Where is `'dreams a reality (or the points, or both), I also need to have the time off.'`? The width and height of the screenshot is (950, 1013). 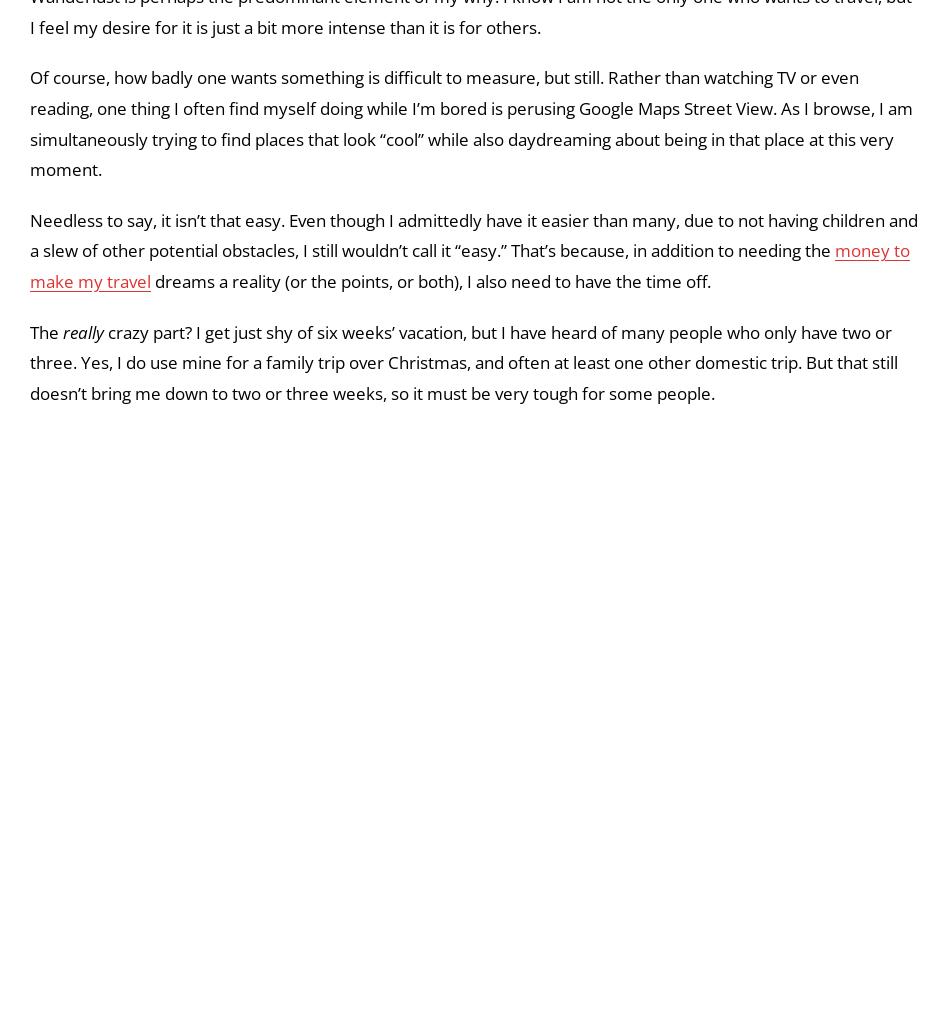 'dreams a reality (or the points, or both), I also need to have the time off.' is located at coordinates (430, 502).